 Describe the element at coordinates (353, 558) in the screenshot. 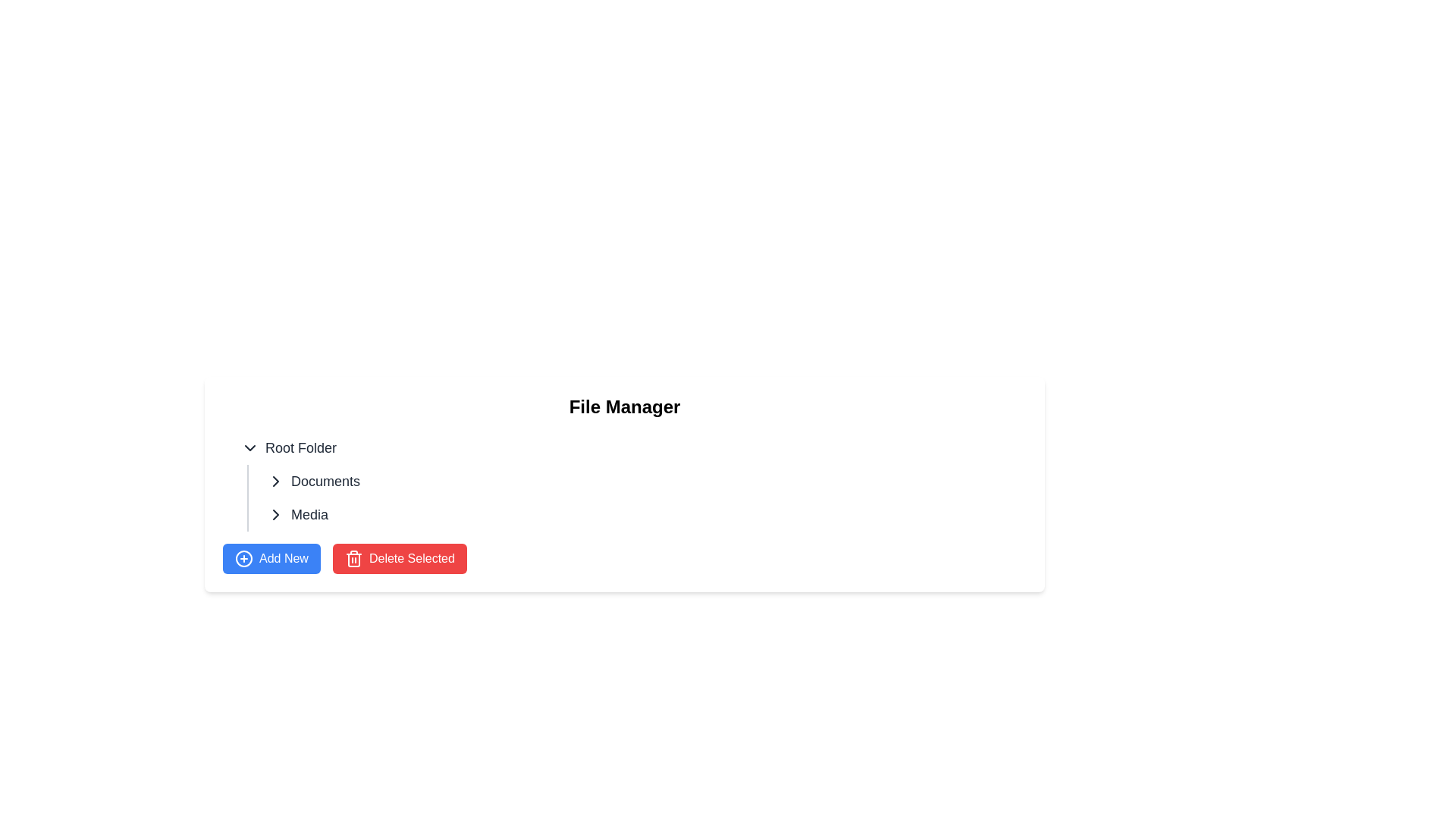

I see `the deletion icon inside the 'Delete Selected' button` at that location.